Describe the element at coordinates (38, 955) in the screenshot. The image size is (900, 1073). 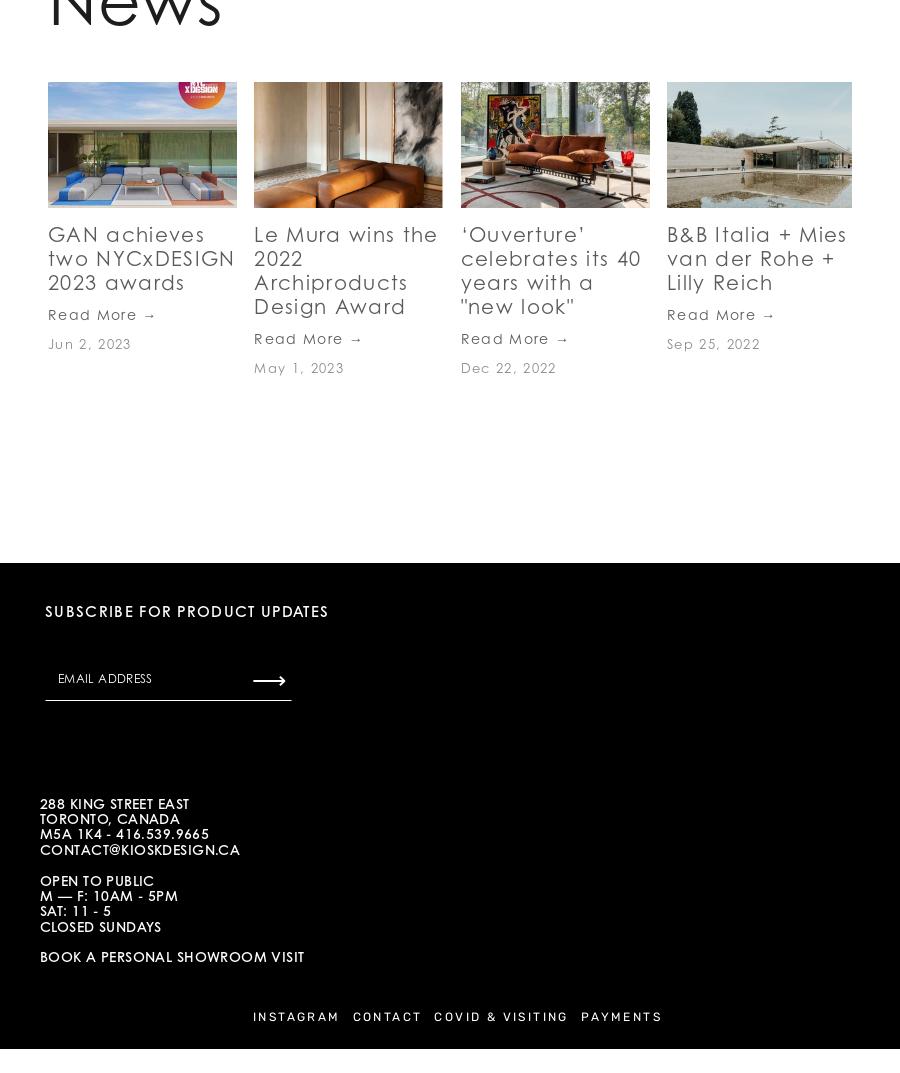
I see `'Book a personal showroom visit'` at that location.